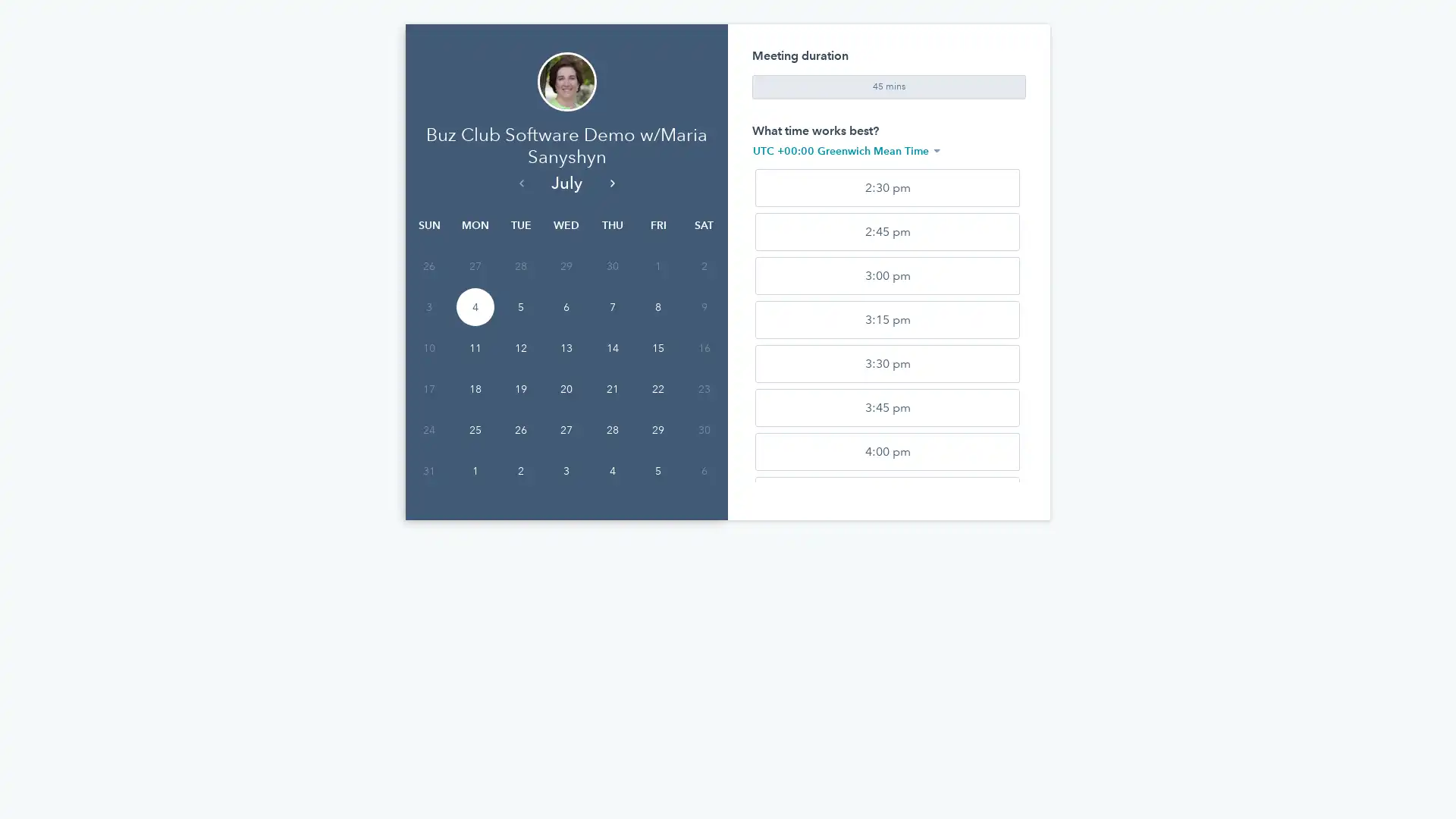 This screenshot has width=1456, height=819. I want to click on July 3rd, so click(428, 365).